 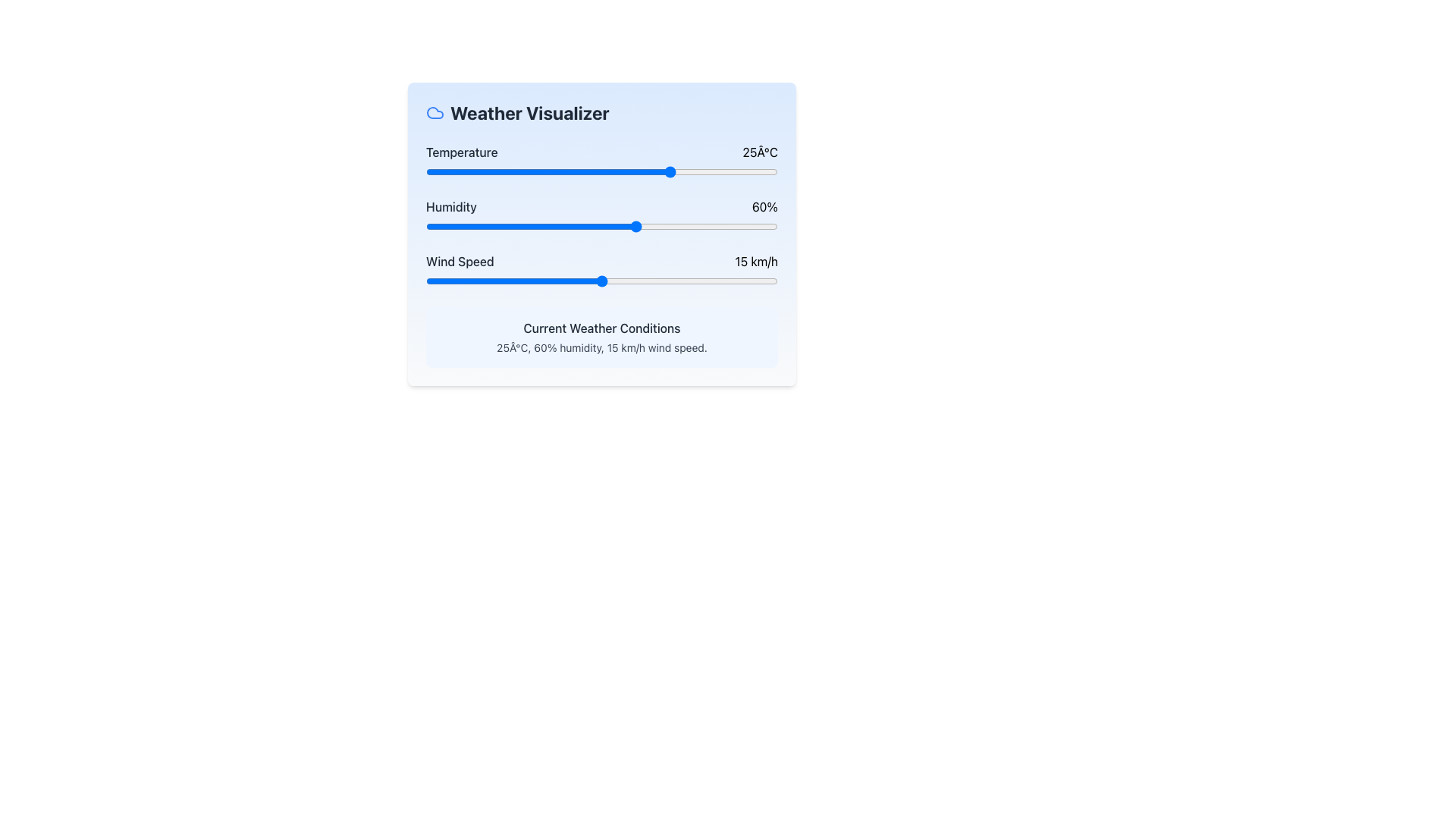 I want to click on wind speed, so click(x=695, y=281).